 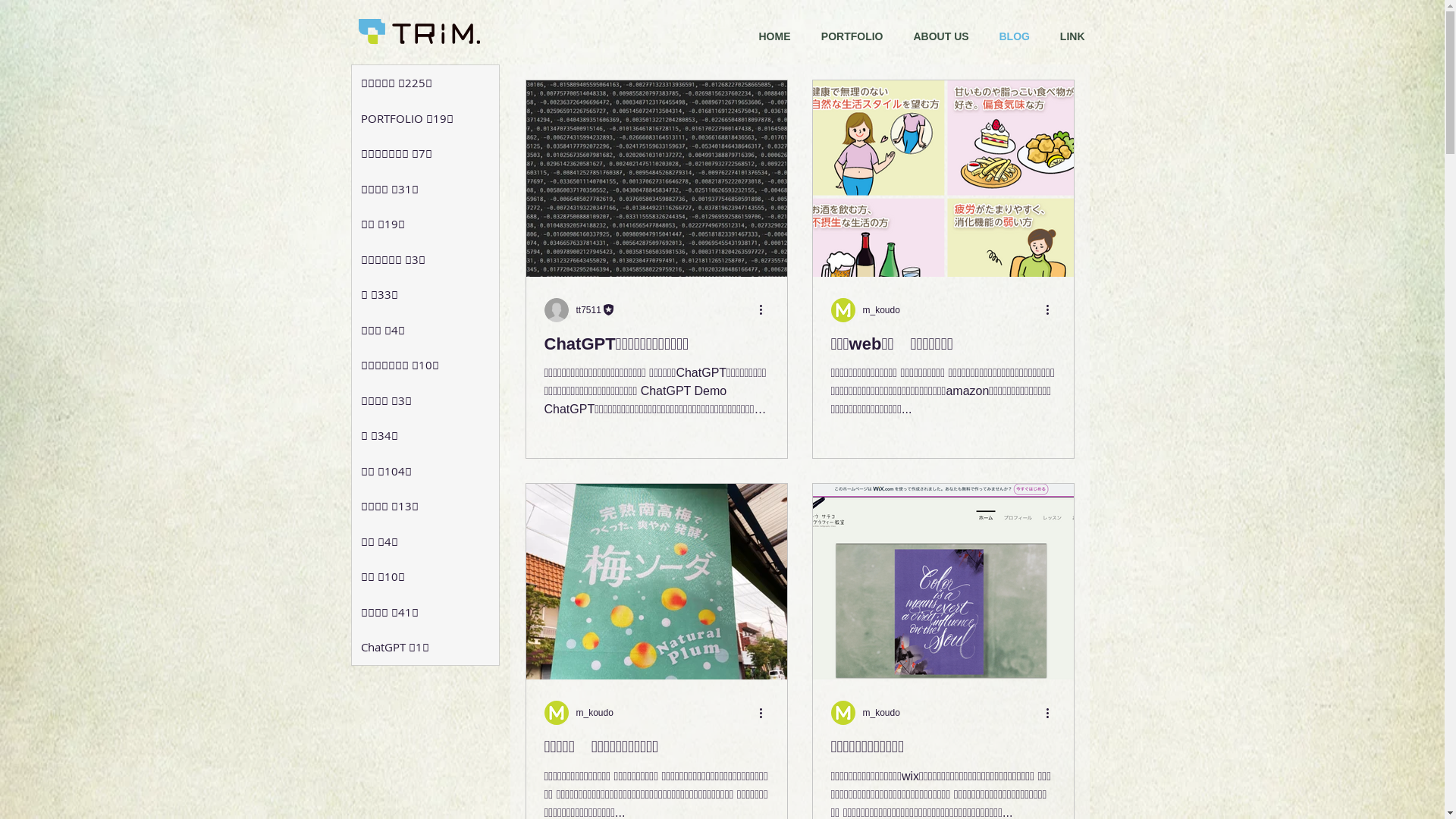 I want to click on 'HOME', so click(x=774, y=35).